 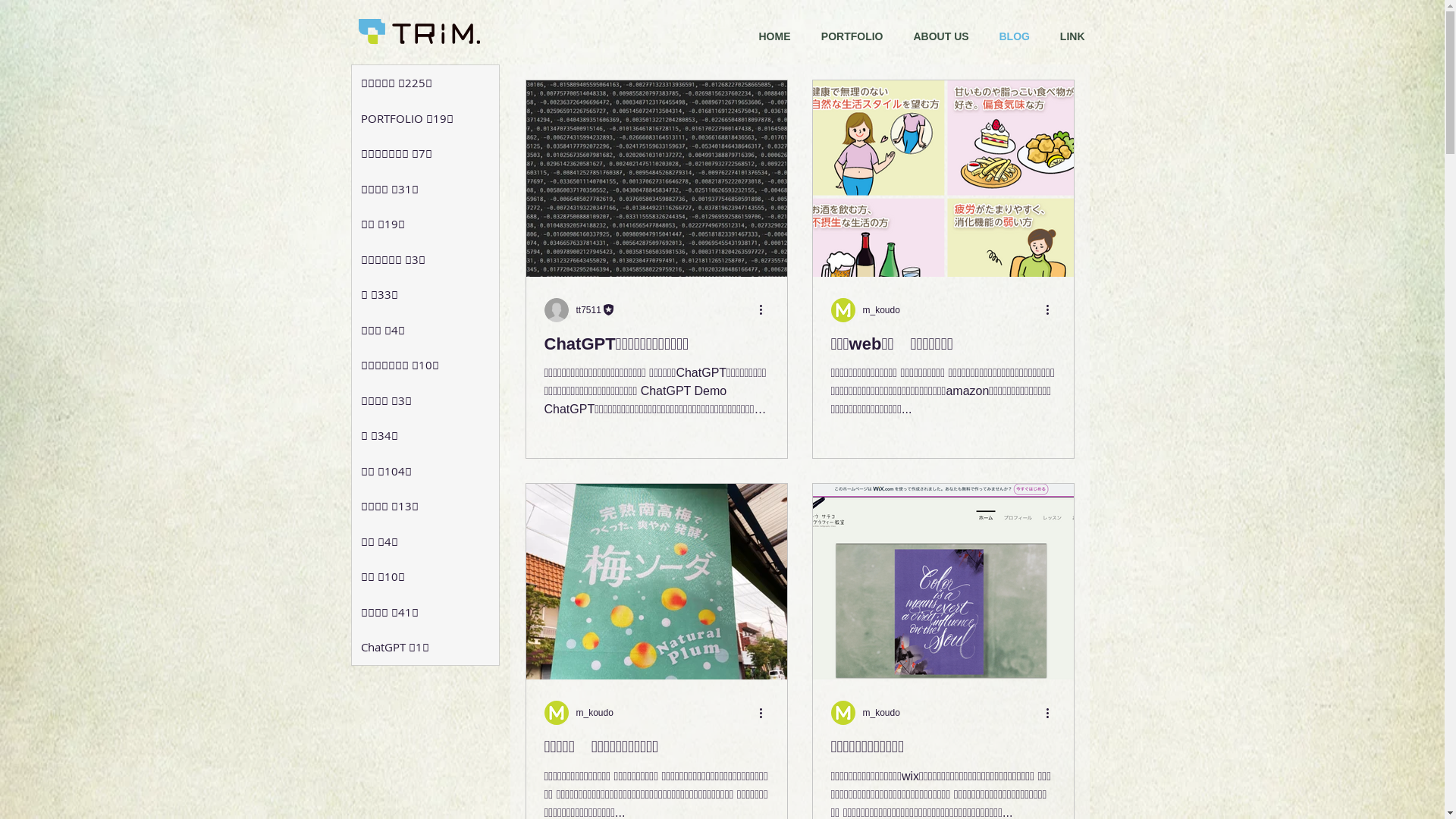 I want to click on 'HOME', so click(x=774, y=35).